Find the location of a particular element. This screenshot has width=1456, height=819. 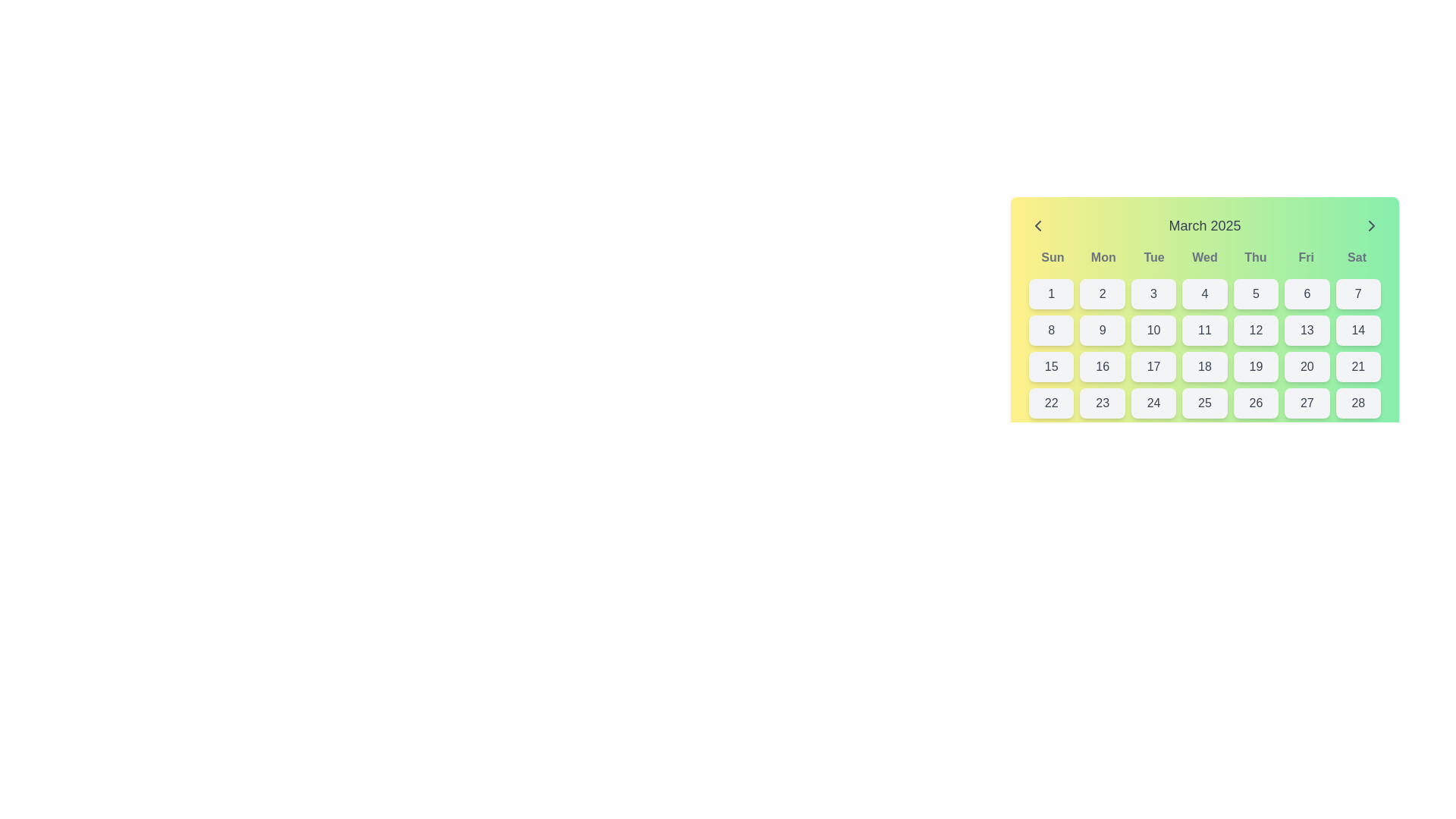

the Interactive calendar day button is located at coordinates (1050, 366).